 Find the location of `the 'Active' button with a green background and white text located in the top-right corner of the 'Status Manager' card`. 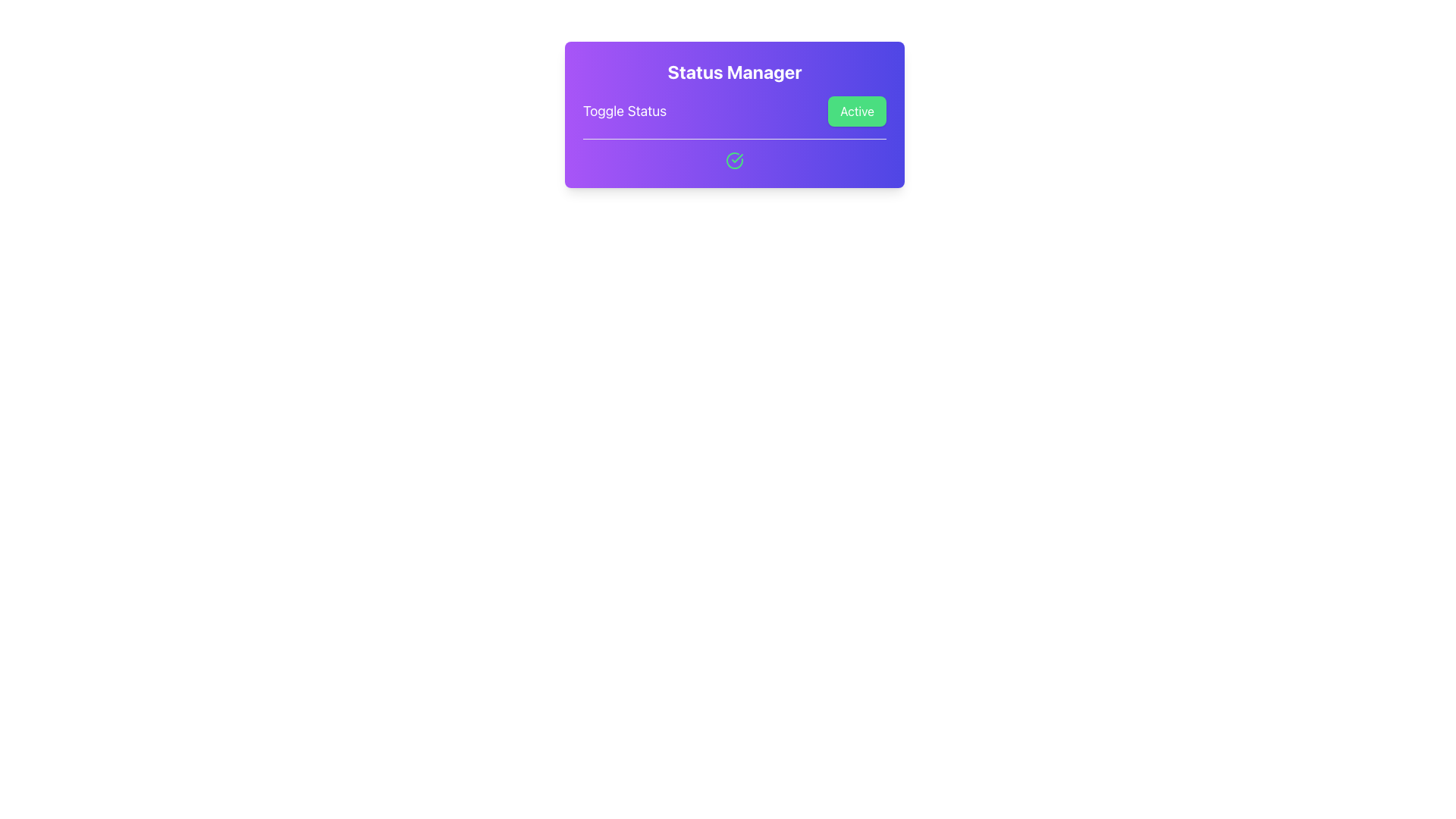

the 'Active' button with a green background and white text located in the top-right corner of the 'Status Manager' card is located at coordinates (857, 110).